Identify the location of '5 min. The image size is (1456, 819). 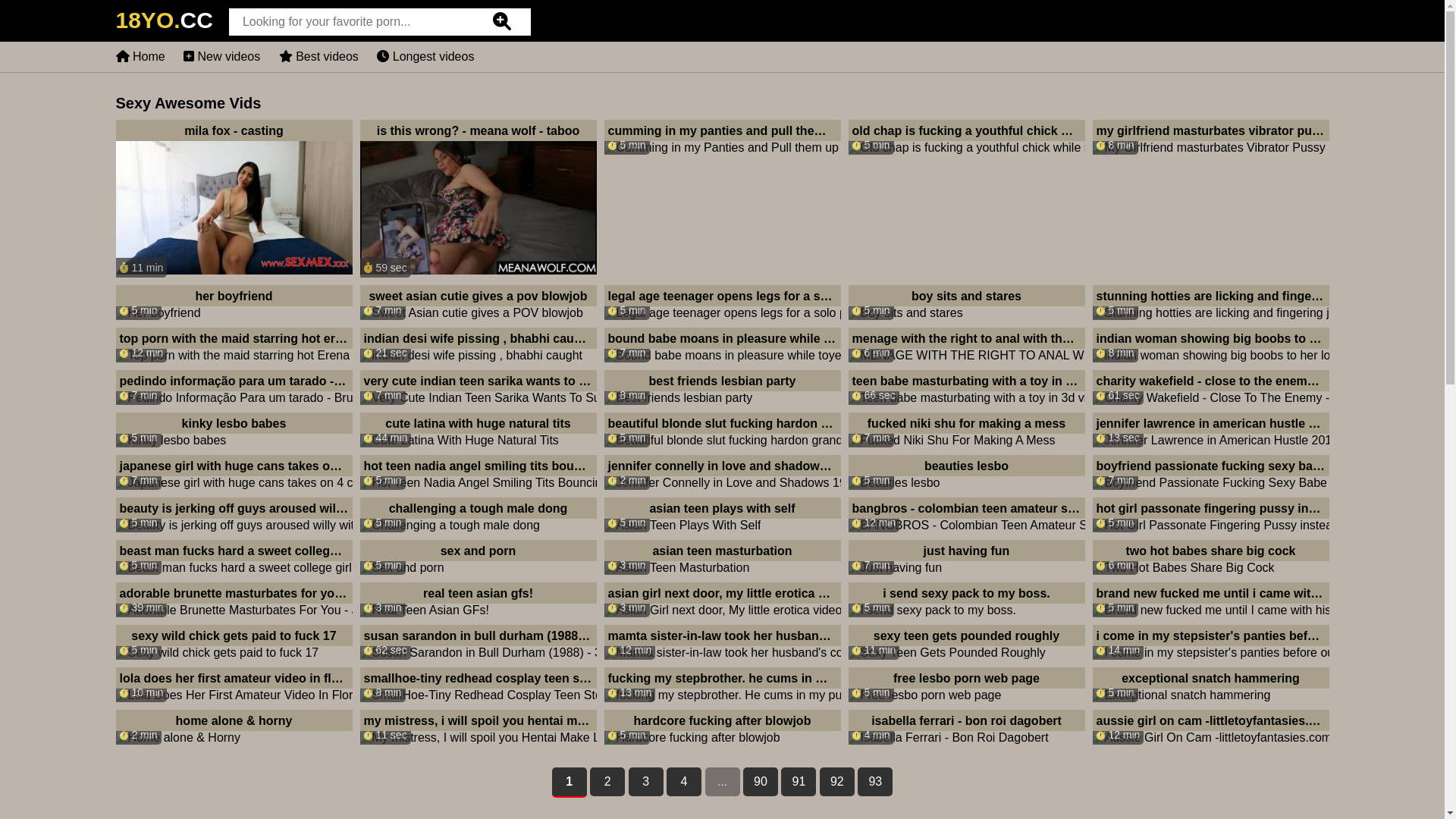
(720, 513).